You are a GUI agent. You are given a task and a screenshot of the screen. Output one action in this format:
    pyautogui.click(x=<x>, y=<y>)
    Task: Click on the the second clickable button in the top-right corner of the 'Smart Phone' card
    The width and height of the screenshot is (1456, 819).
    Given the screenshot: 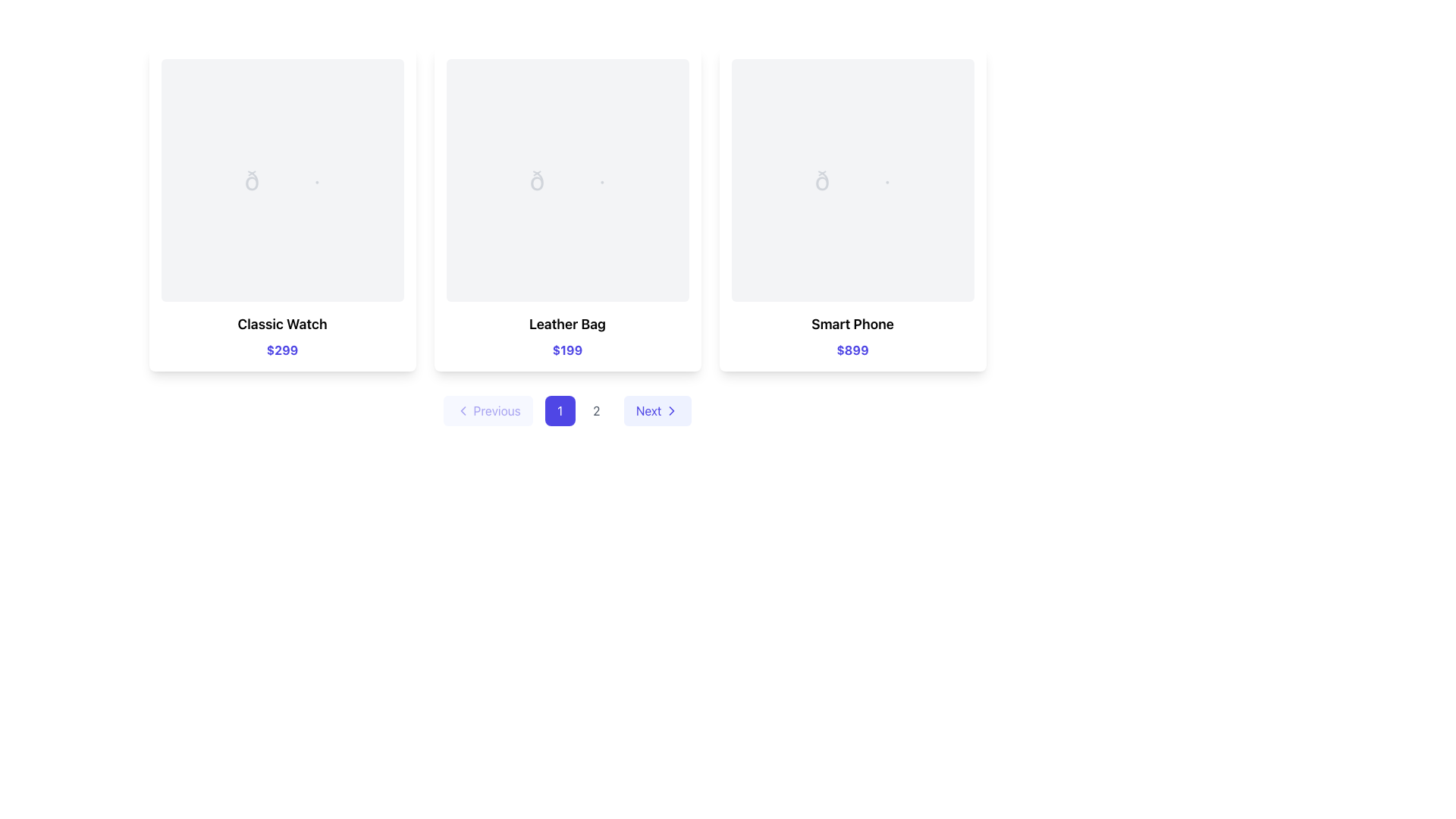 What is the action you would take?
    pyautogui.click(x=967, y=64)
    